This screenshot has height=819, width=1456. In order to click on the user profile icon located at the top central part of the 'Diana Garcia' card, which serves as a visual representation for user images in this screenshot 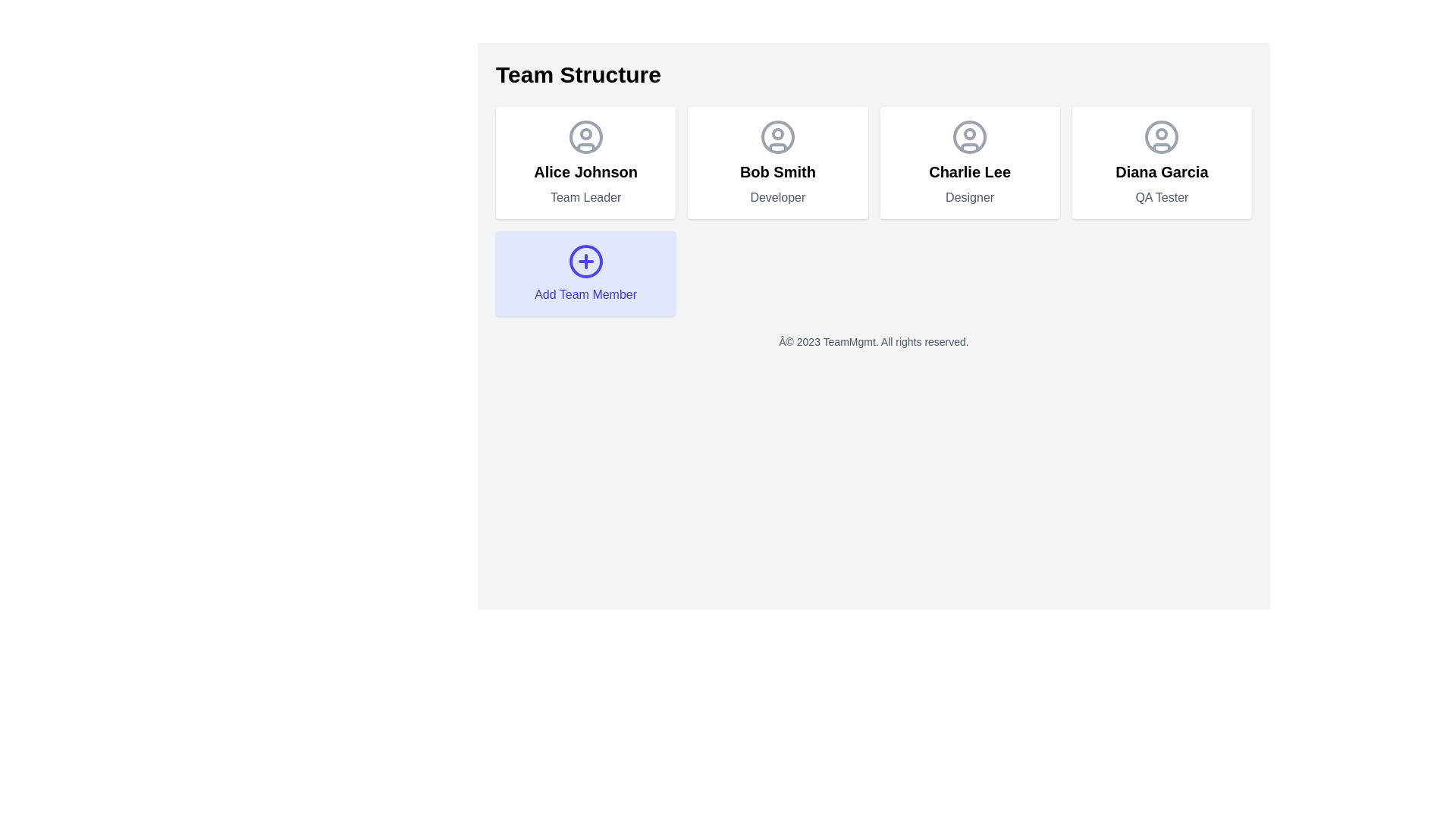, I will do `click(1161, 137)`.